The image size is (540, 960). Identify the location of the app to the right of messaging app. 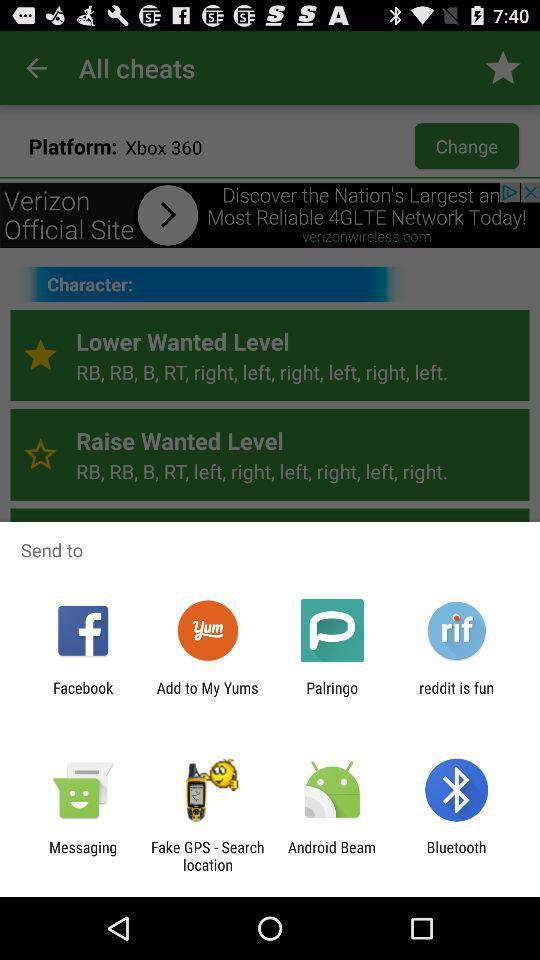
(206, 855).